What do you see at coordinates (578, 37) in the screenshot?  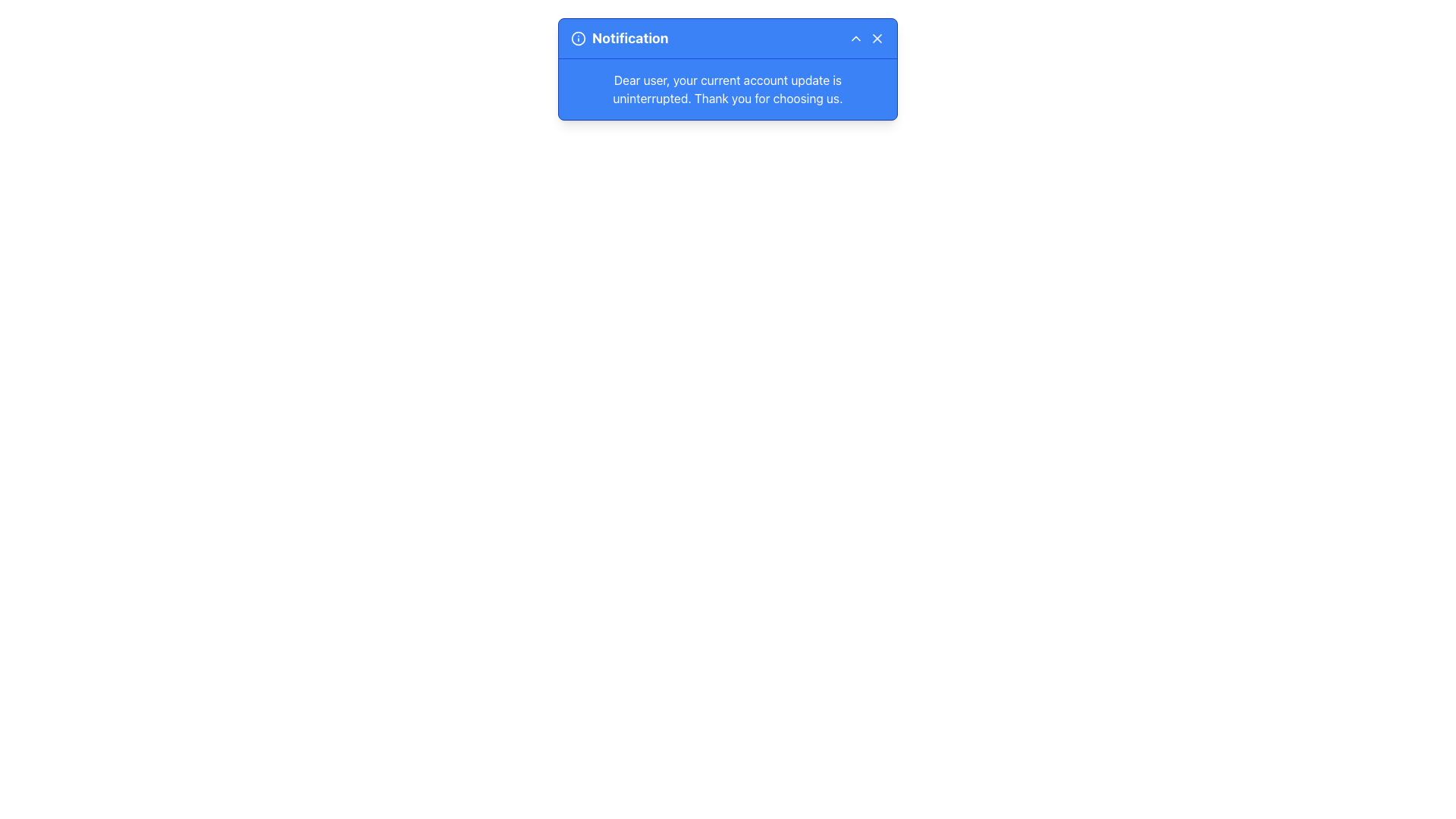 I see `the informational notification icon positioned to the left of the 'Notification' title text in the notification banner` at bounding box center [578, 37].